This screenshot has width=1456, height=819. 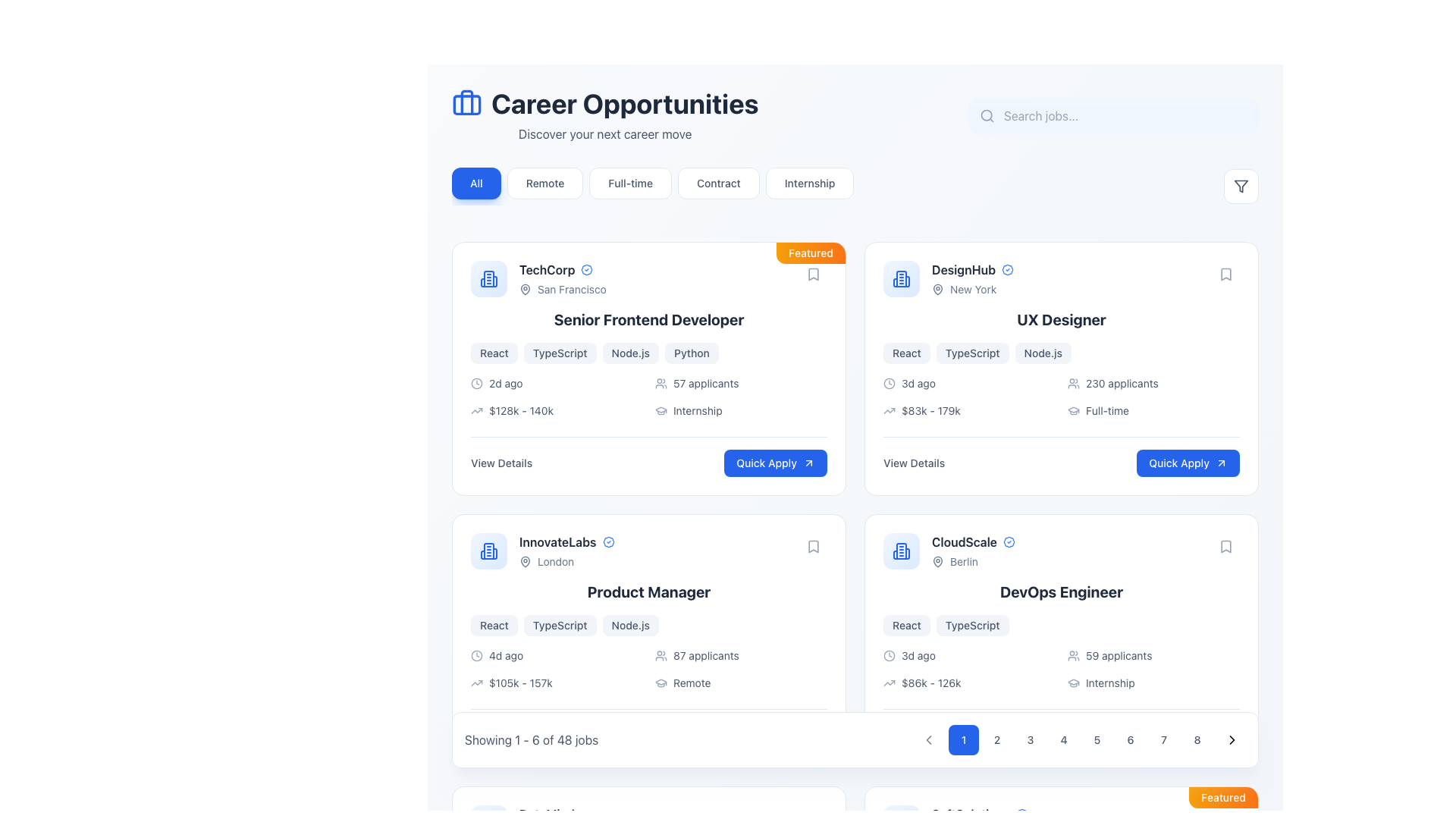 What do you see at coordinates (906, 353) in the screenshot?
I see `the first tag label in the job posting section labeled 'DesignHub - UX Designer'` at bounding box center [906, 353].